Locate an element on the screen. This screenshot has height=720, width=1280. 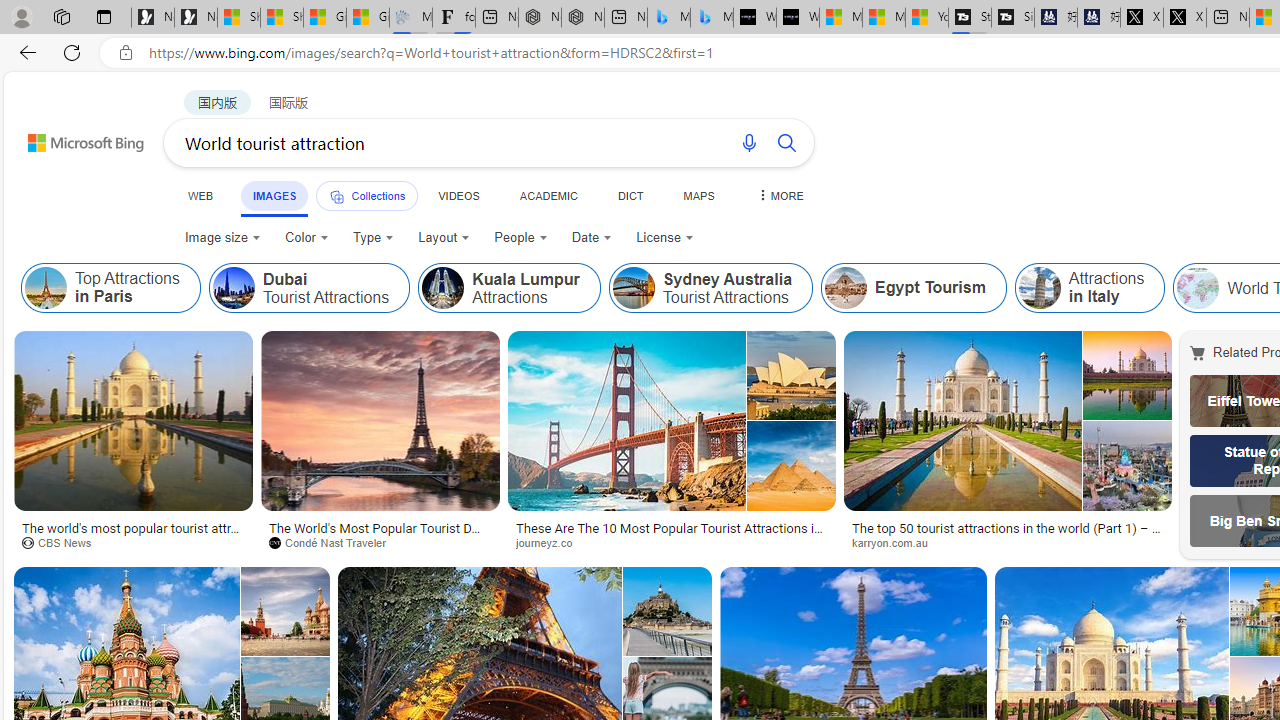
'Newsletter Sign Up' is located at coordinates (196, 17).